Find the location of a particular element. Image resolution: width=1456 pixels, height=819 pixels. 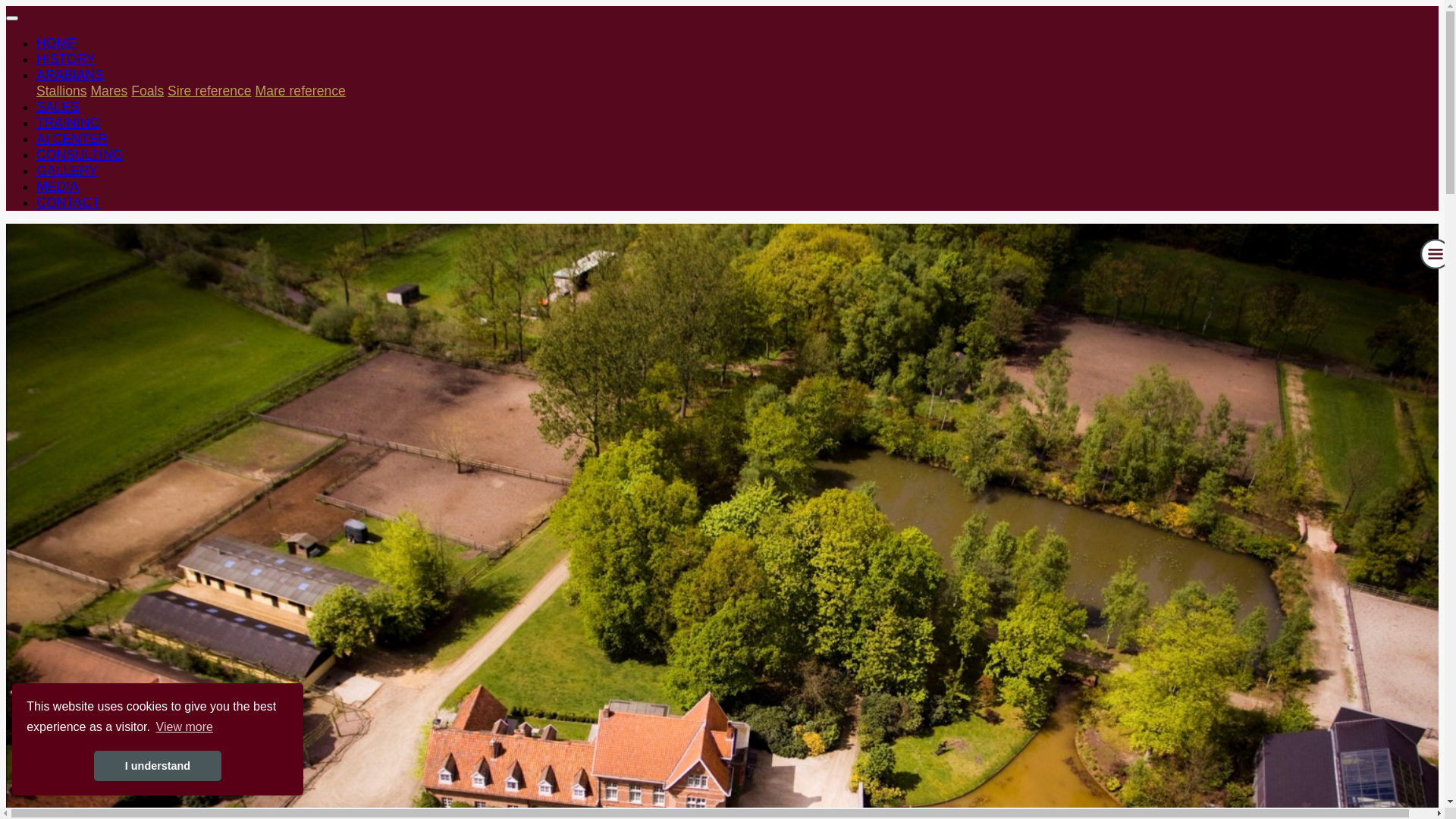

'HISTORY' is located at coordinates (64, 58).